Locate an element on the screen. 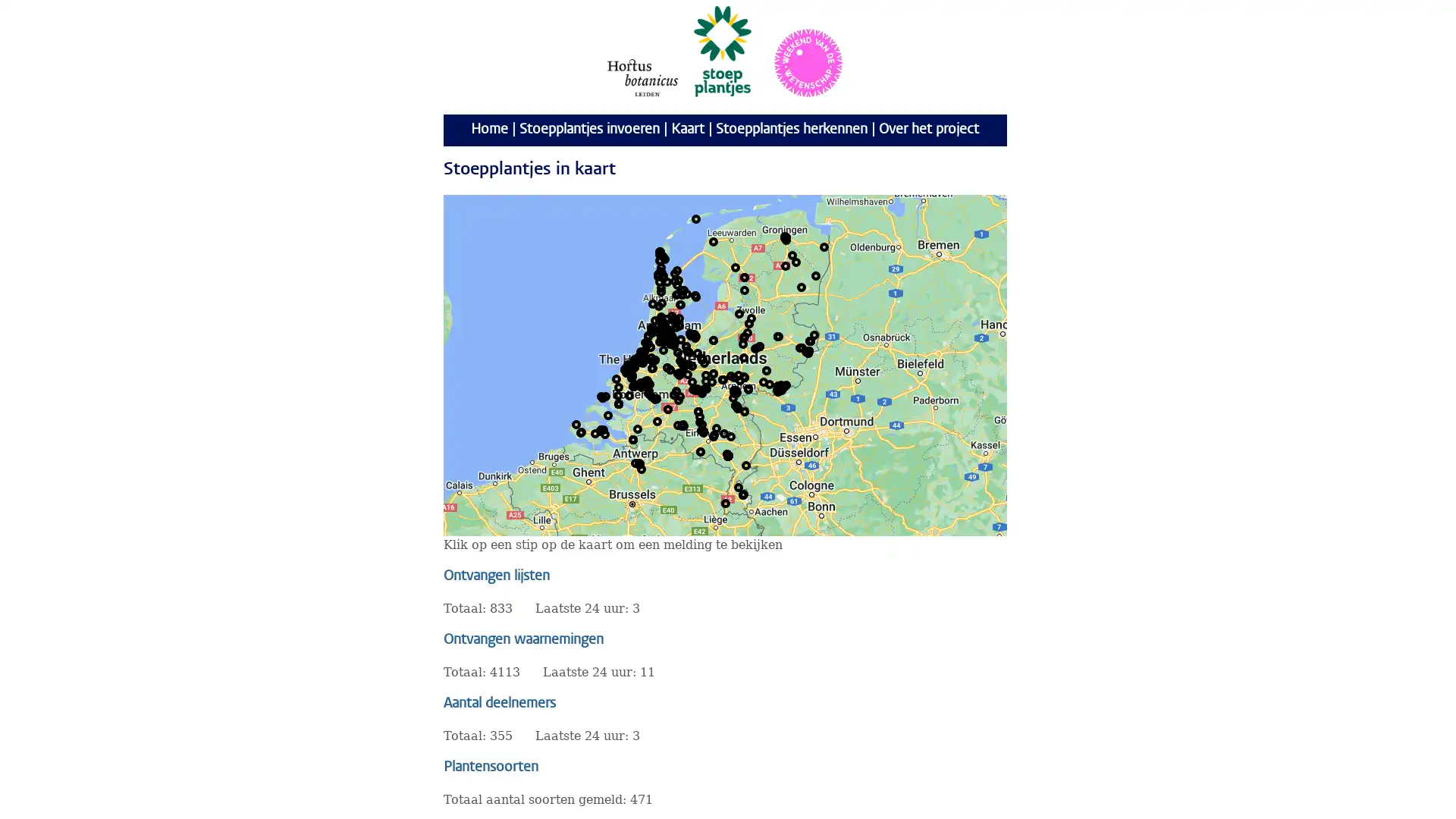 This screenshot has width=1456, height=819. Telling van Annelies op 09 april 2022 is located at coordinates (581, 431).